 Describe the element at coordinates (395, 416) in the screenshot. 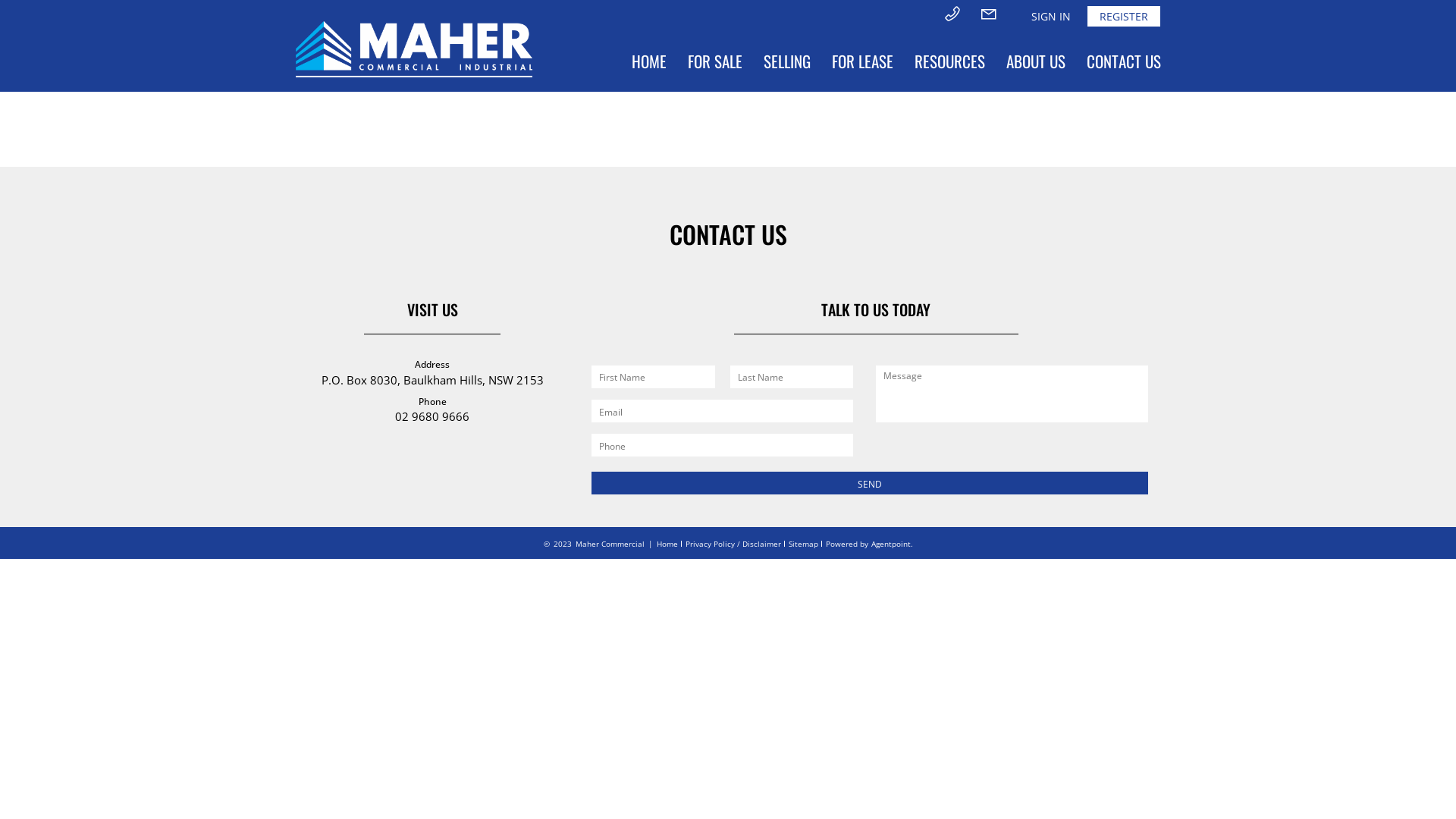

I see `'02 9680 9666'` at that location.